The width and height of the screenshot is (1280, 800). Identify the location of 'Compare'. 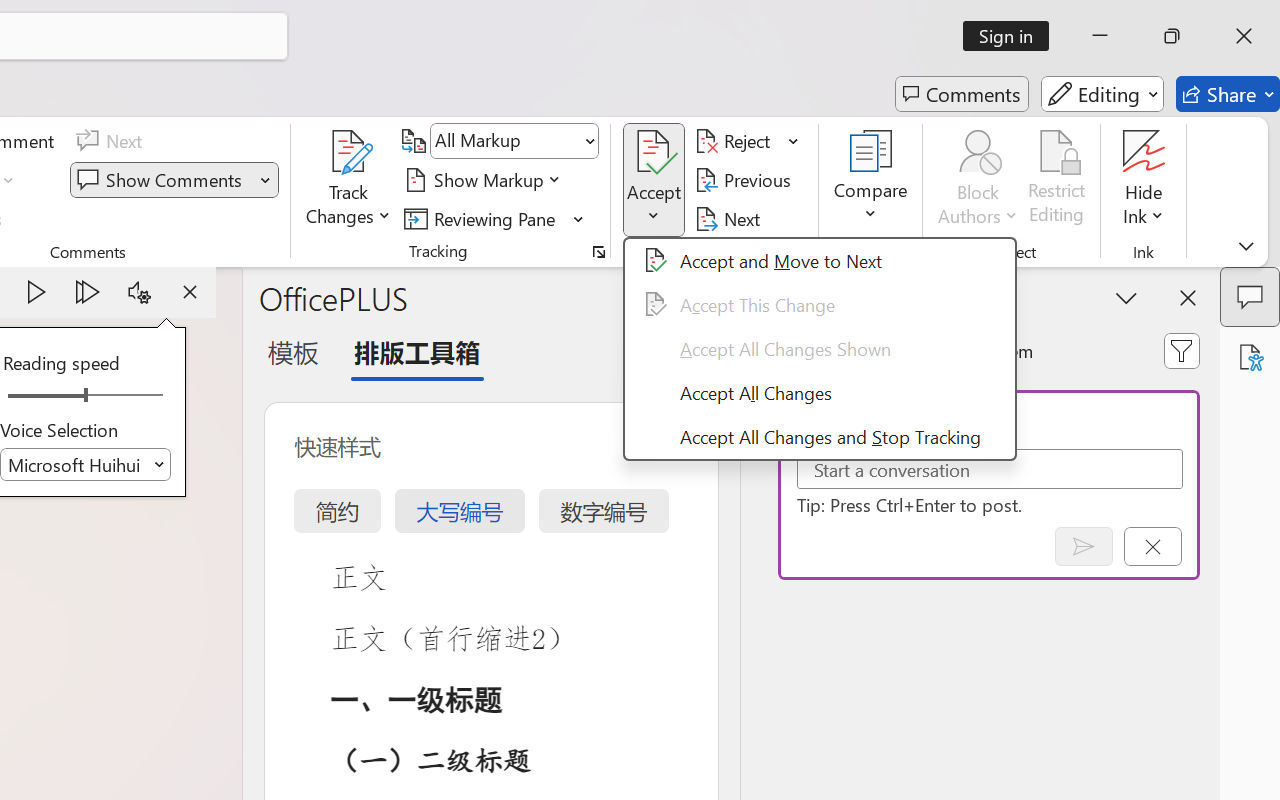
(871, 179).